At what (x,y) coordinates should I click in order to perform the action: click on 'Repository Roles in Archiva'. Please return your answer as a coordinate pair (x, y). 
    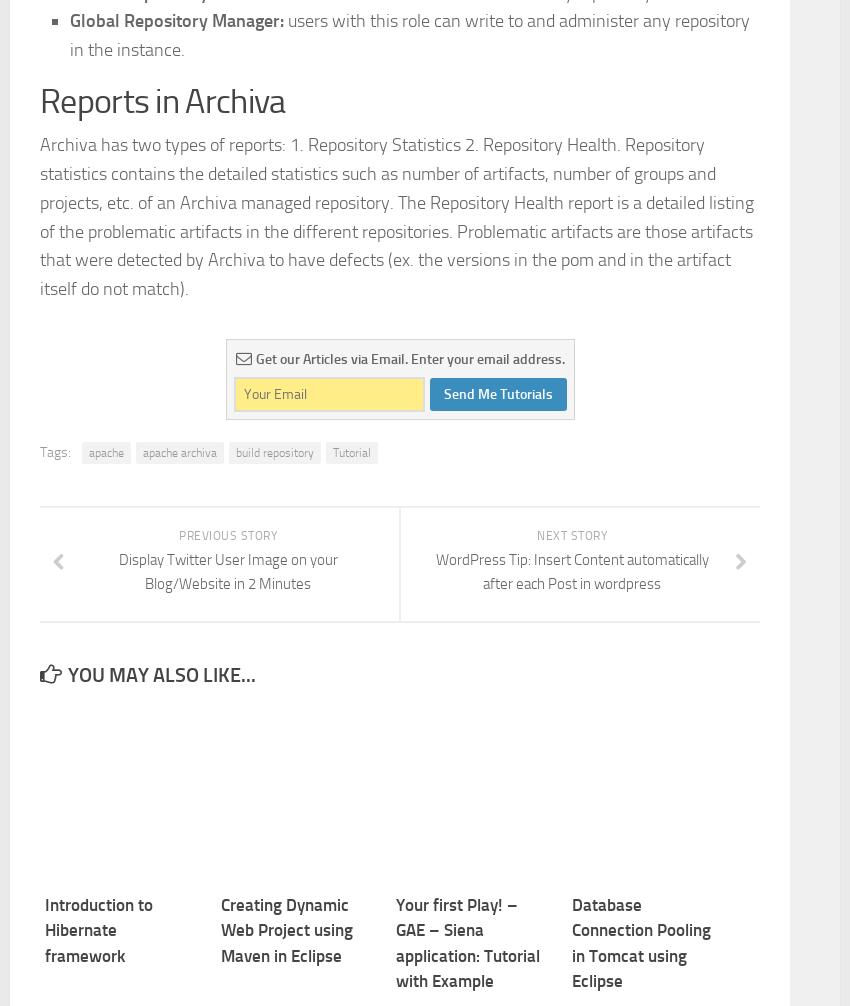
    Looking at the image, I should click on (223, 84).